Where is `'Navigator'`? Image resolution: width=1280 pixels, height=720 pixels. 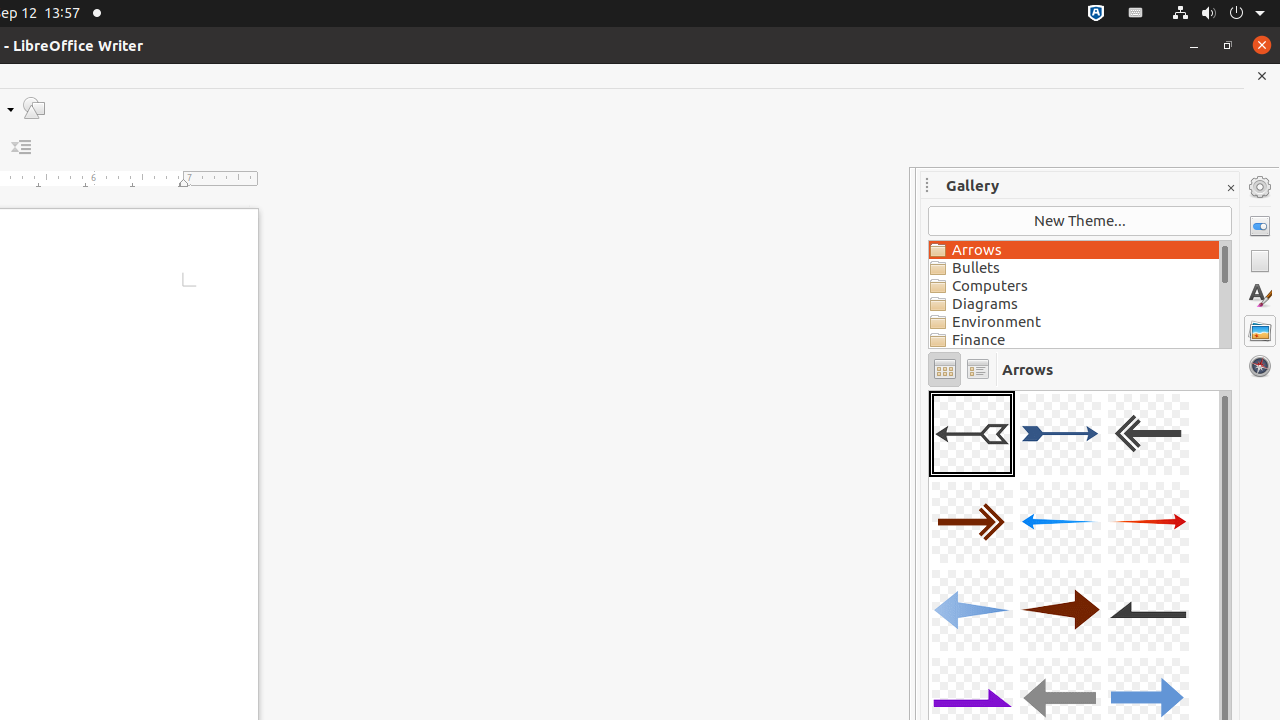 'Navigator' is located at coordinates (1259, 365).